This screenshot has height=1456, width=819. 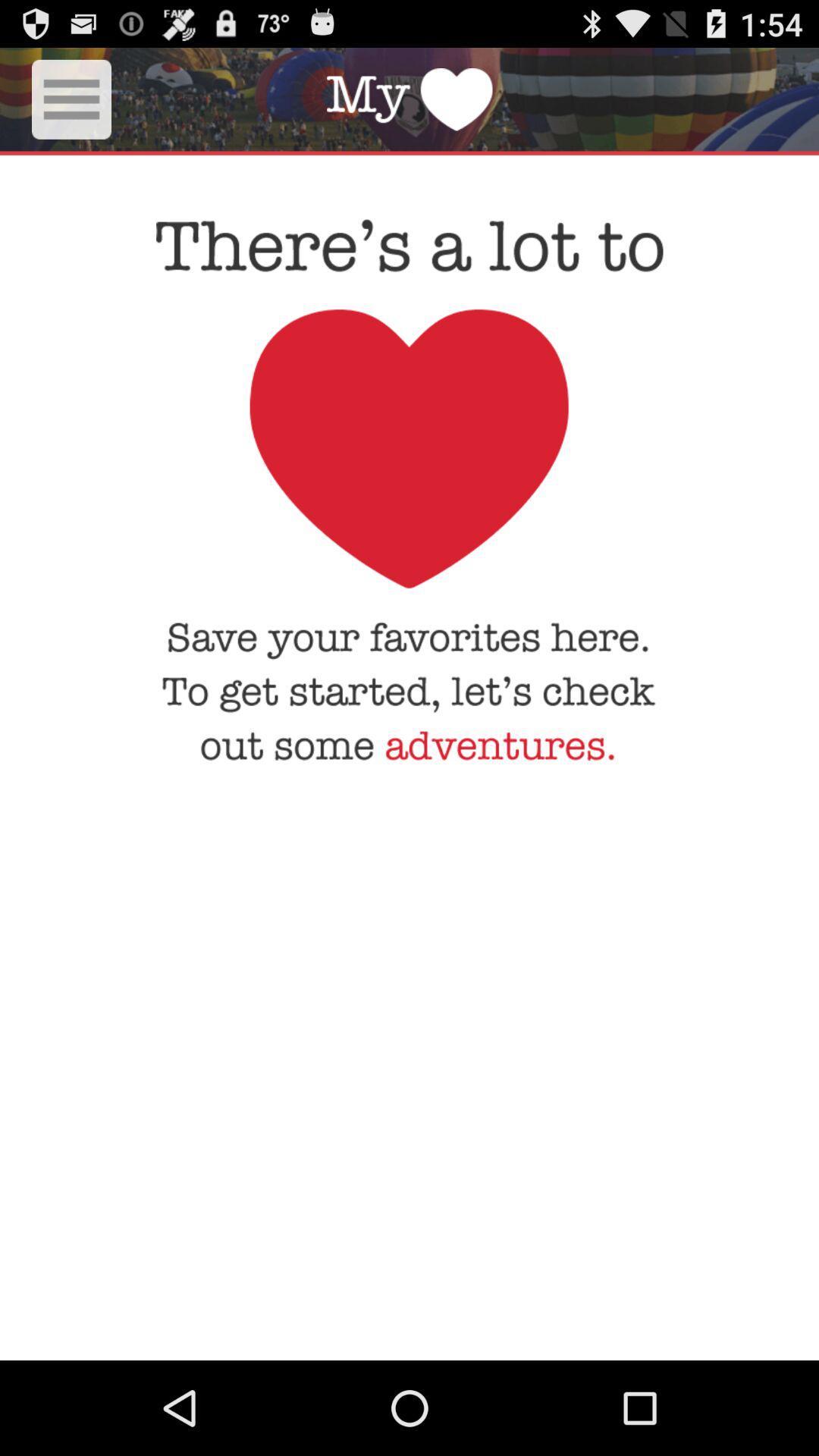 I want to click on show listings, so click(x=71, y=99).